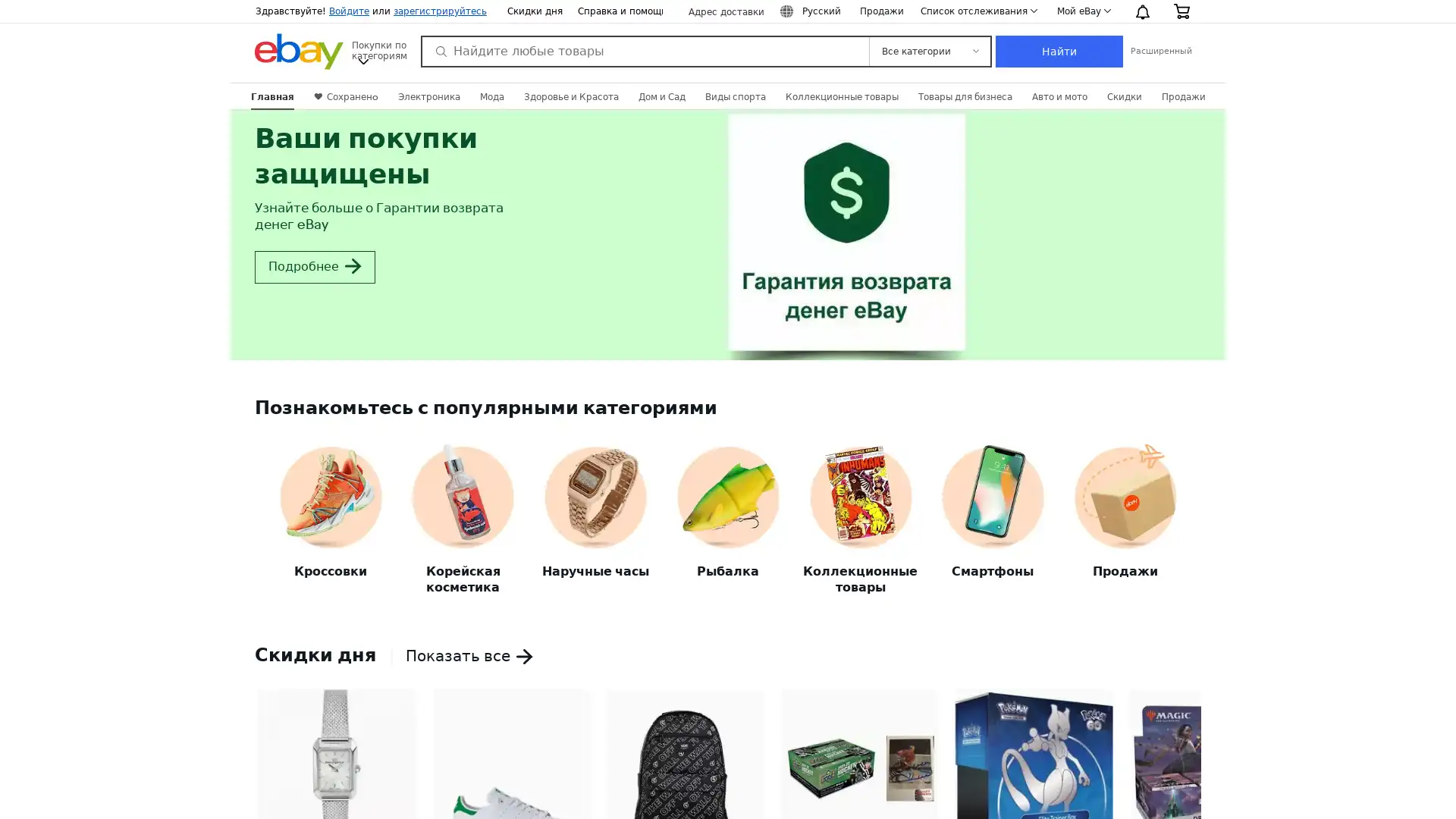  I want to click on :, so click(811, 11).